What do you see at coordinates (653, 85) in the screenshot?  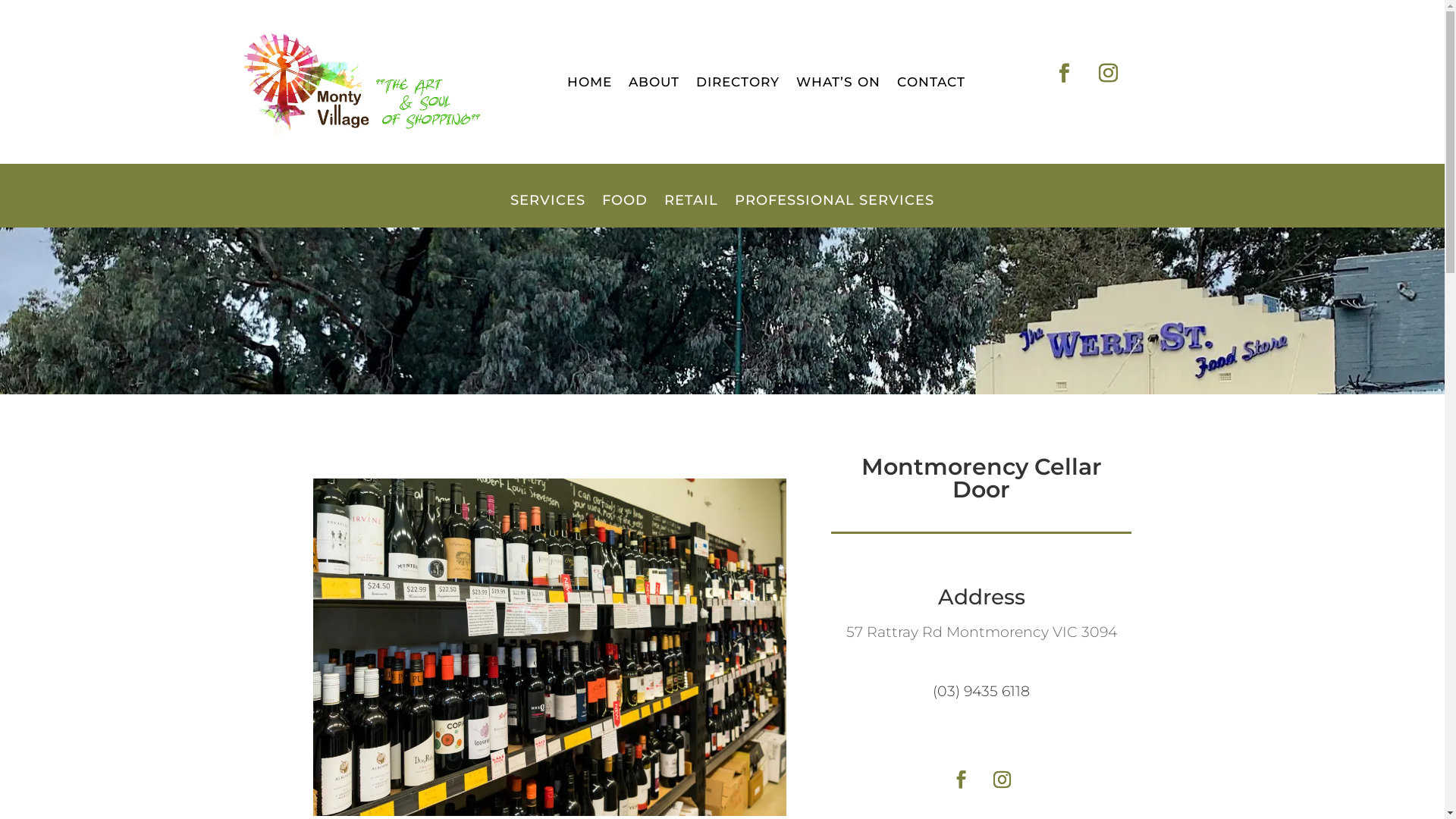 I see `'ABOUT'` at bounding box center [653, 85].